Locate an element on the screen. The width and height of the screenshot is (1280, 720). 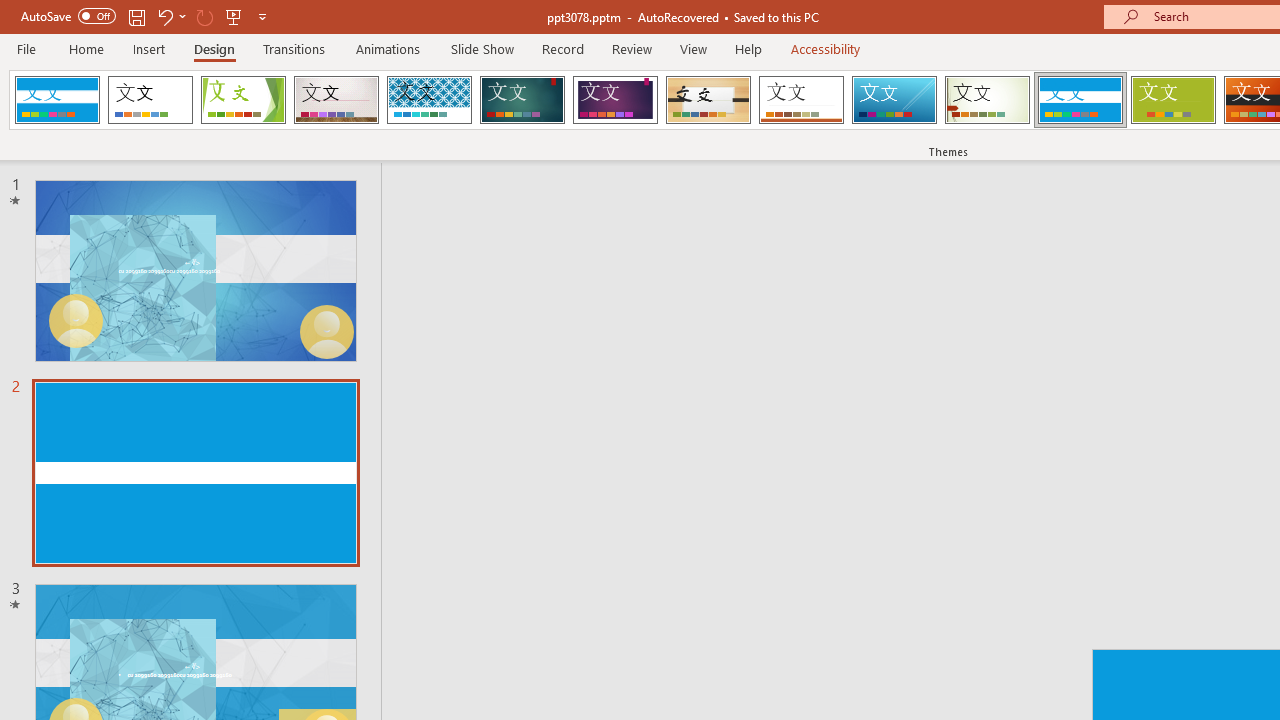
'Ion' is located at coordinates (522, 100).